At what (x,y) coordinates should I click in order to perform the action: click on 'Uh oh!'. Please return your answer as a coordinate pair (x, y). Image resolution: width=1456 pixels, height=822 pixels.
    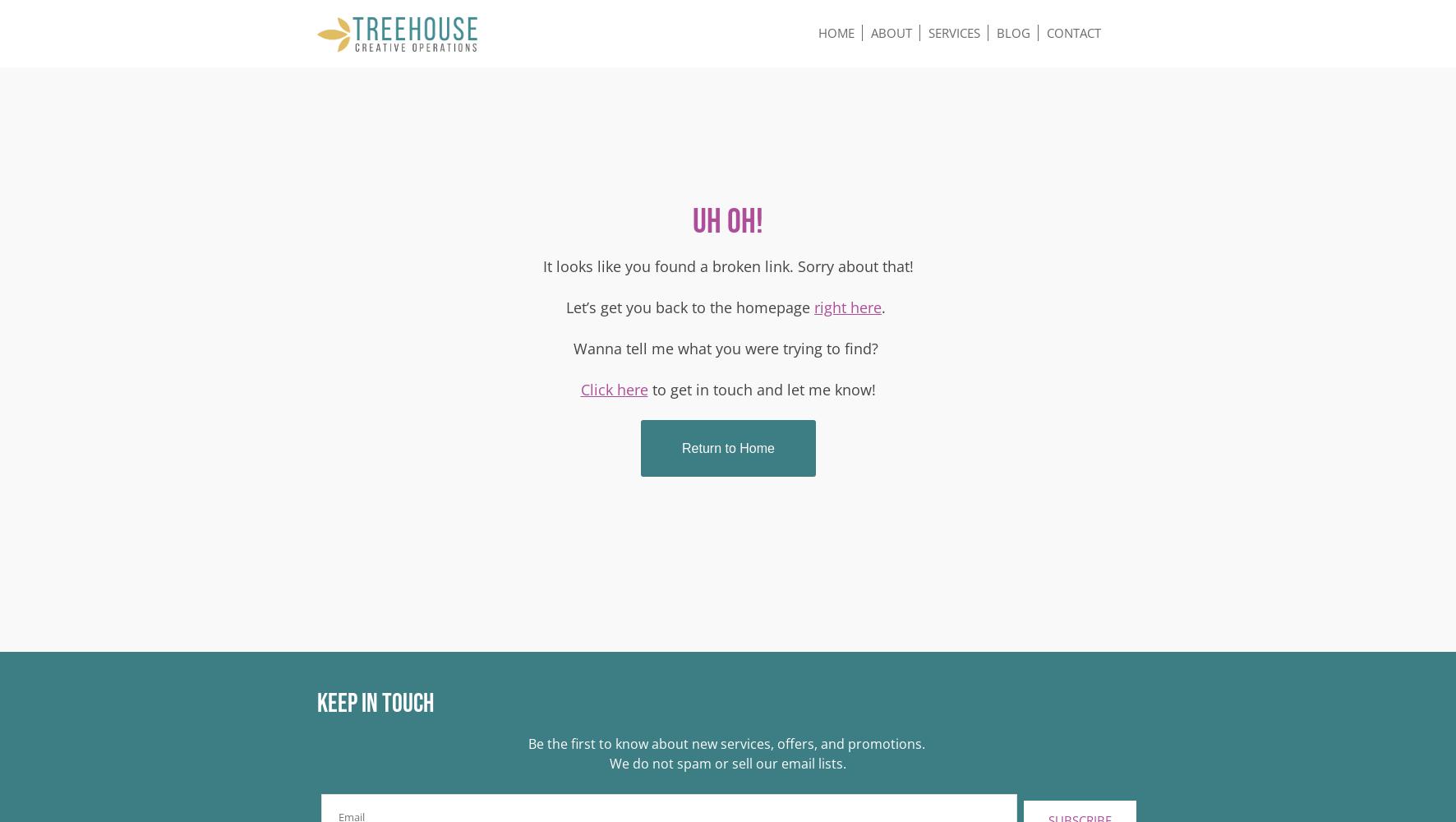
    Looking at the image, I should click on (728, 222).